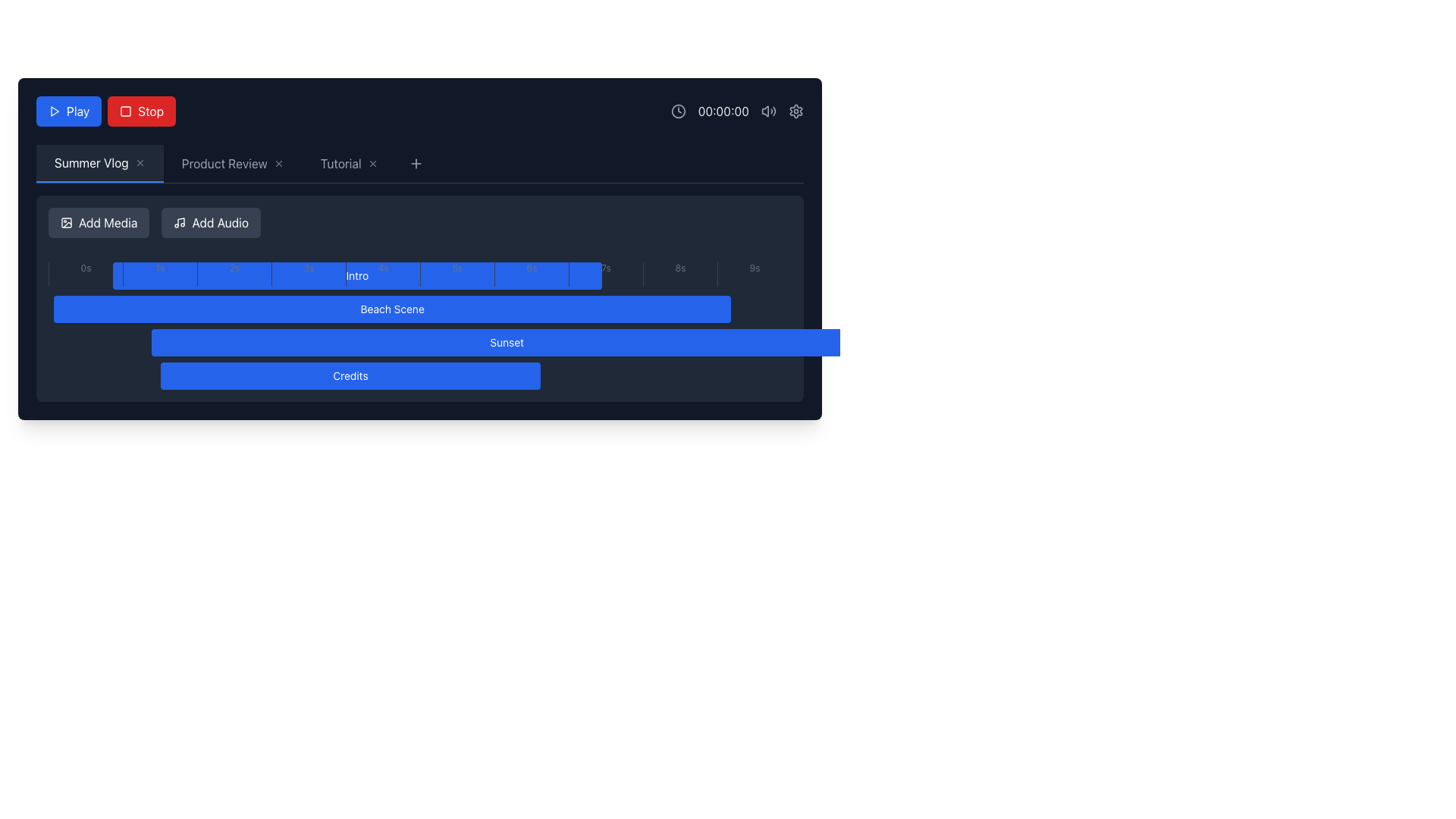  Describe the element at coordinates (65, 222) in the screenshot. I see `the 'Add Media' icon located within the 'Add Media' button on the left side of the toolbar above the timeline` at that location.